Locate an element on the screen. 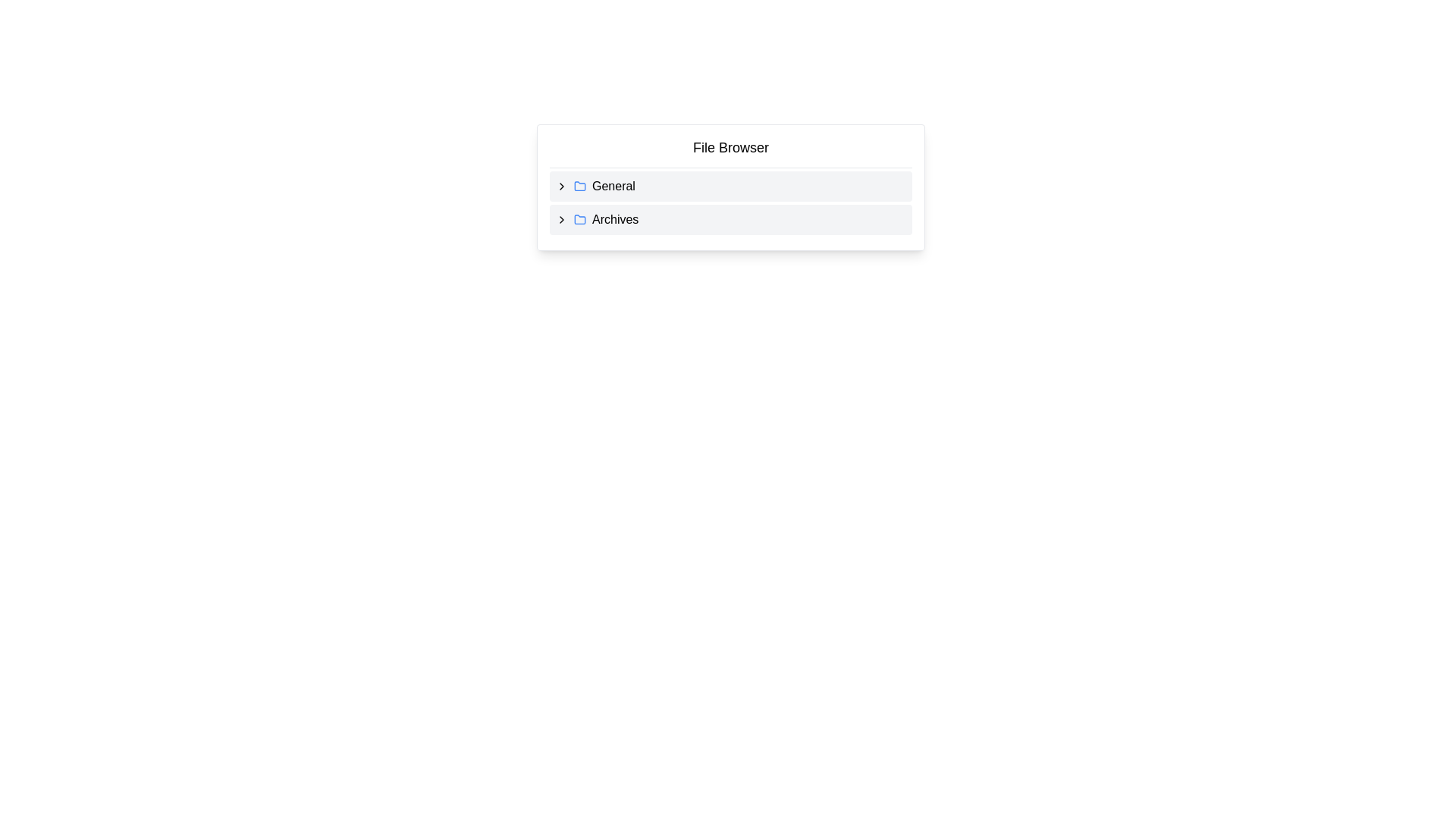 This screenshot has width=1456, height=819. the Chevron icon located to the left of the folder icon for 'Archives' is located at coordinates (560, 219).